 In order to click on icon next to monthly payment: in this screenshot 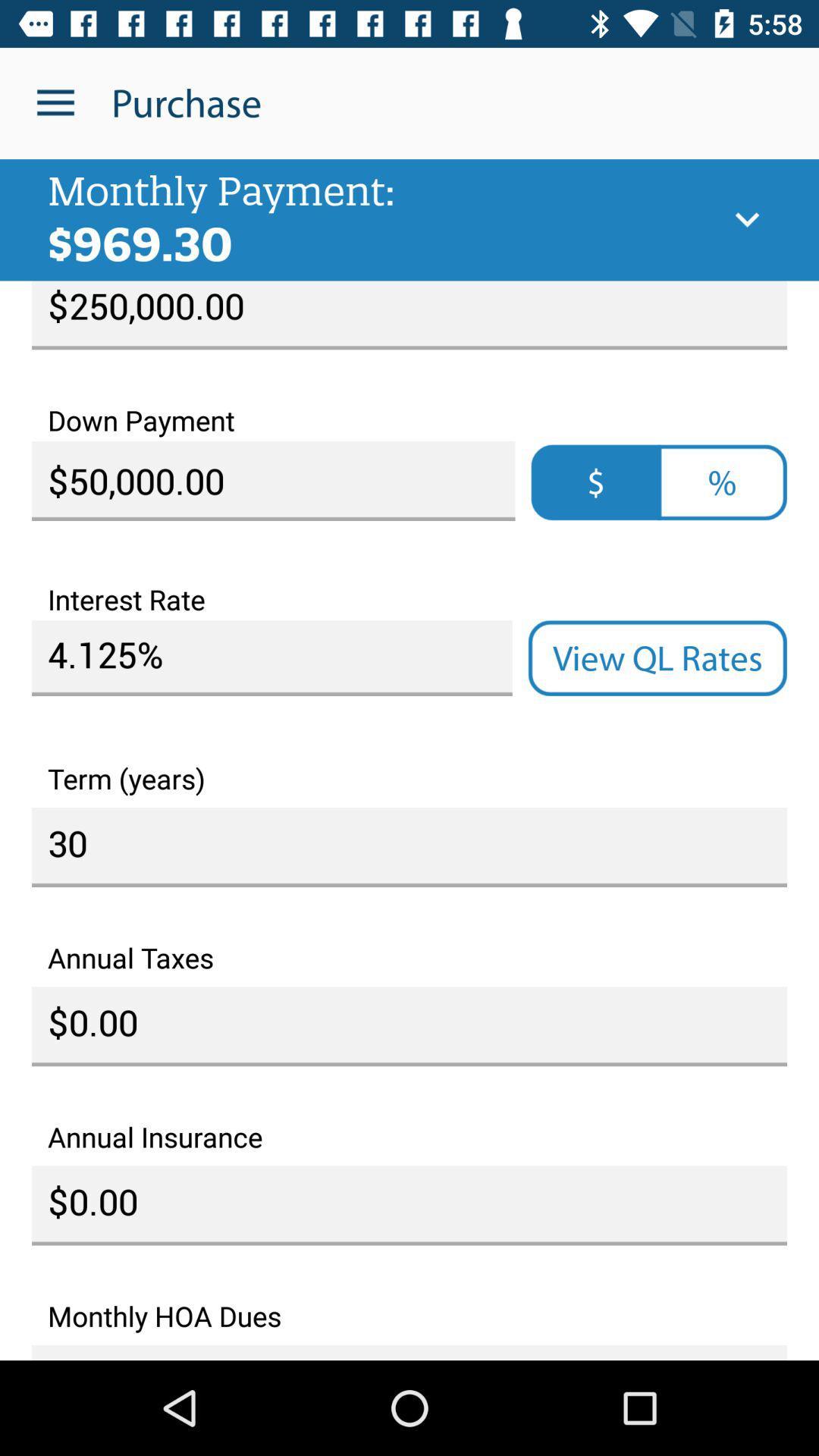, I will do `click(746, 219)`.